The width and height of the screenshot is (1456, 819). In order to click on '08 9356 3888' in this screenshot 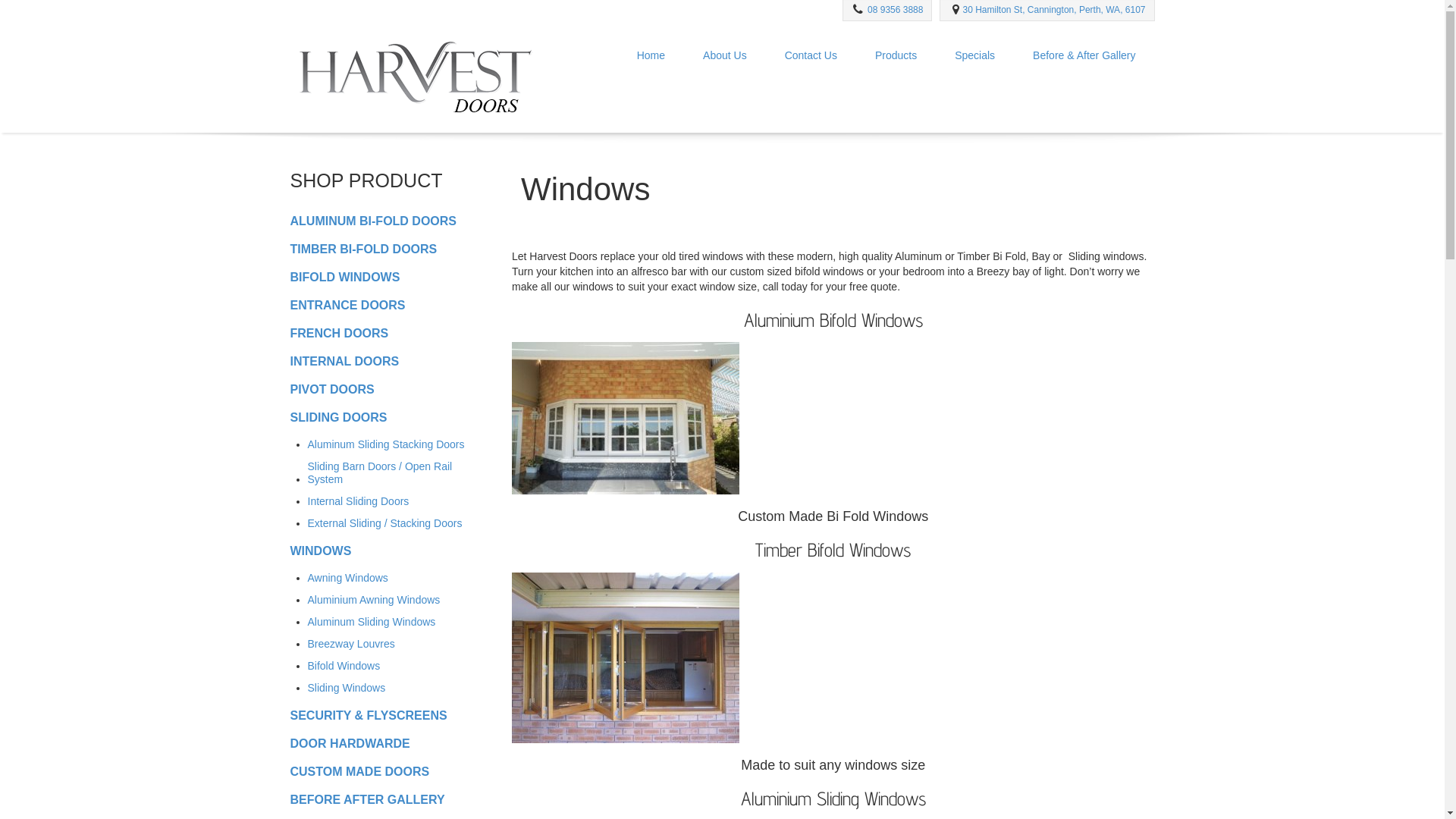, I will do `click(895, 9)`.